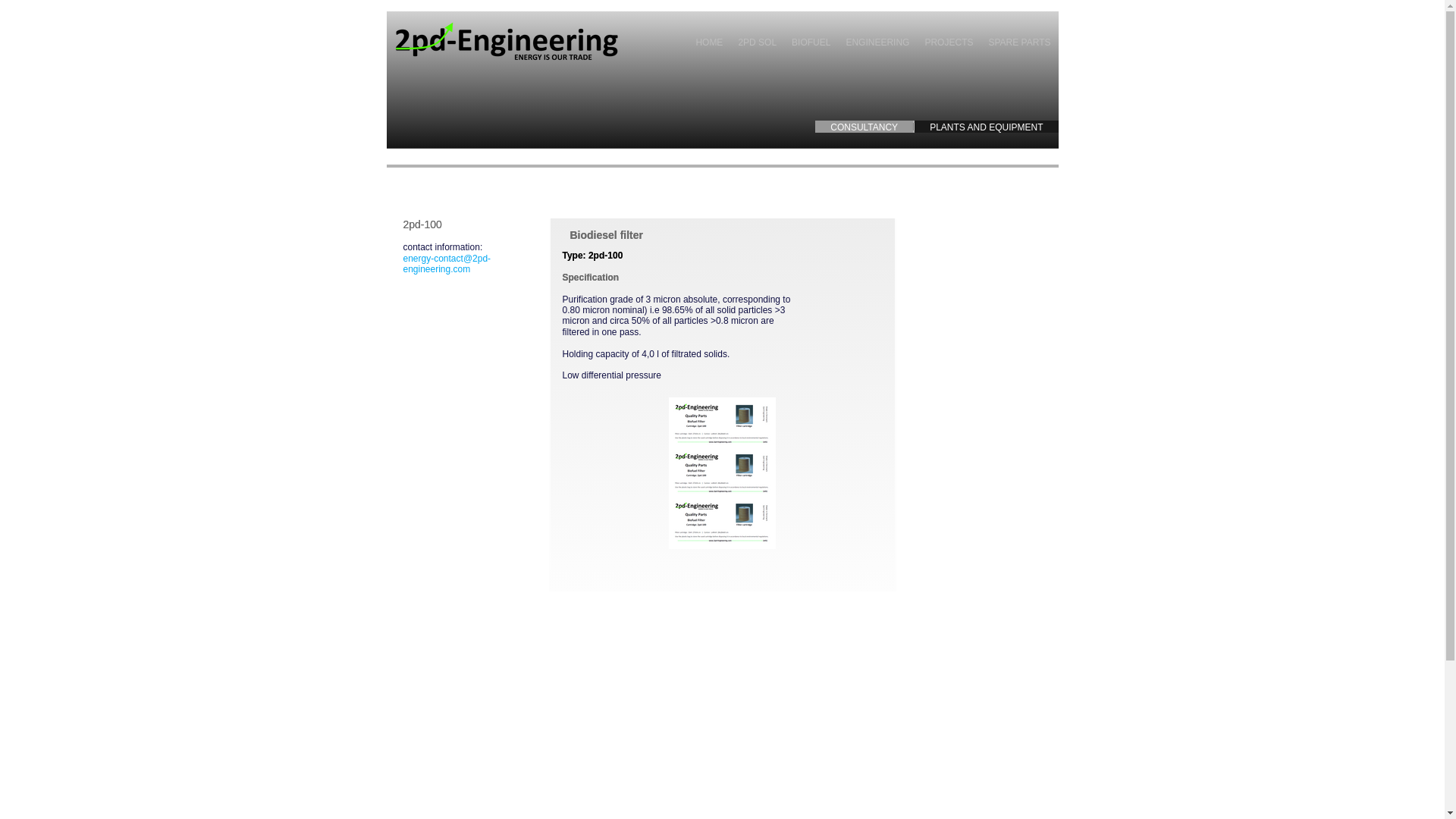 This screenshot has width=1456, height=819. What do you see at coordinates (948, 42) in the screenshot?
I see `'PROJECTS'` at bounding box center [948, 42].